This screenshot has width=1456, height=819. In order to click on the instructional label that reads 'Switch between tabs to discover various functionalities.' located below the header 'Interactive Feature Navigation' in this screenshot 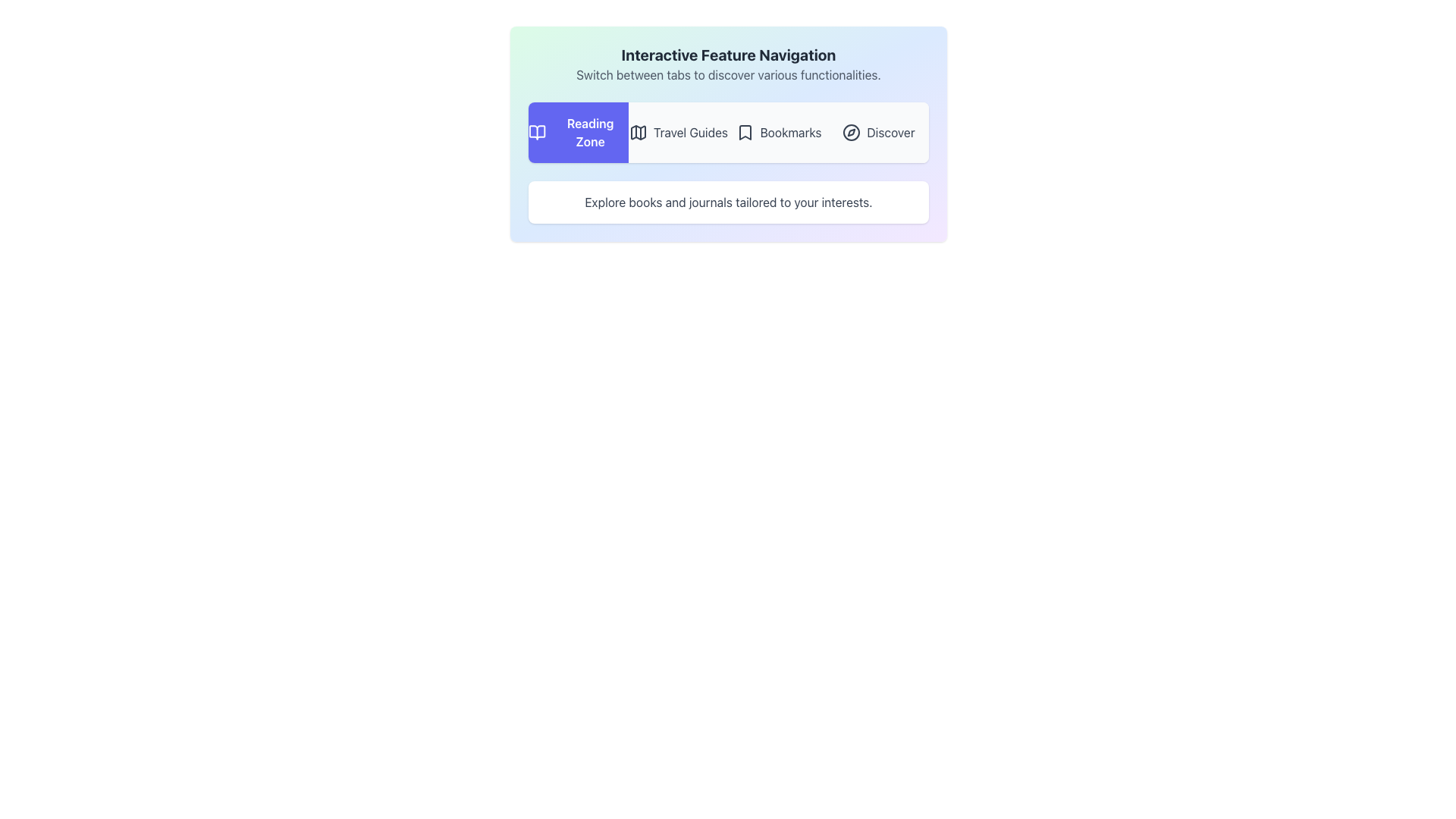, I will do `click(728, 75)`.